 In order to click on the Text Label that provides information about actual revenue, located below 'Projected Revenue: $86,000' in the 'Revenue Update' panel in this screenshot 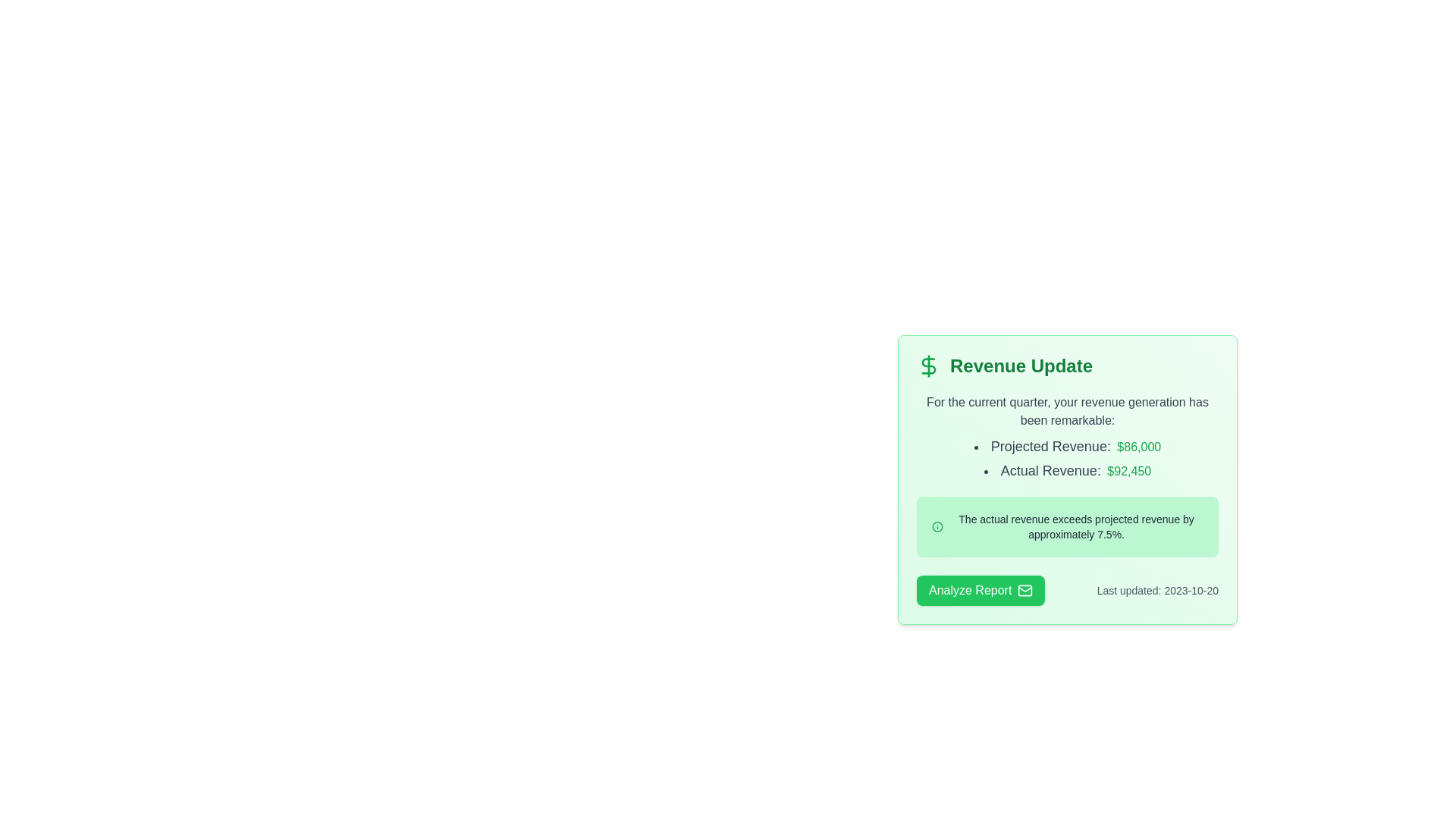, I will do `click(1066, 470)`.